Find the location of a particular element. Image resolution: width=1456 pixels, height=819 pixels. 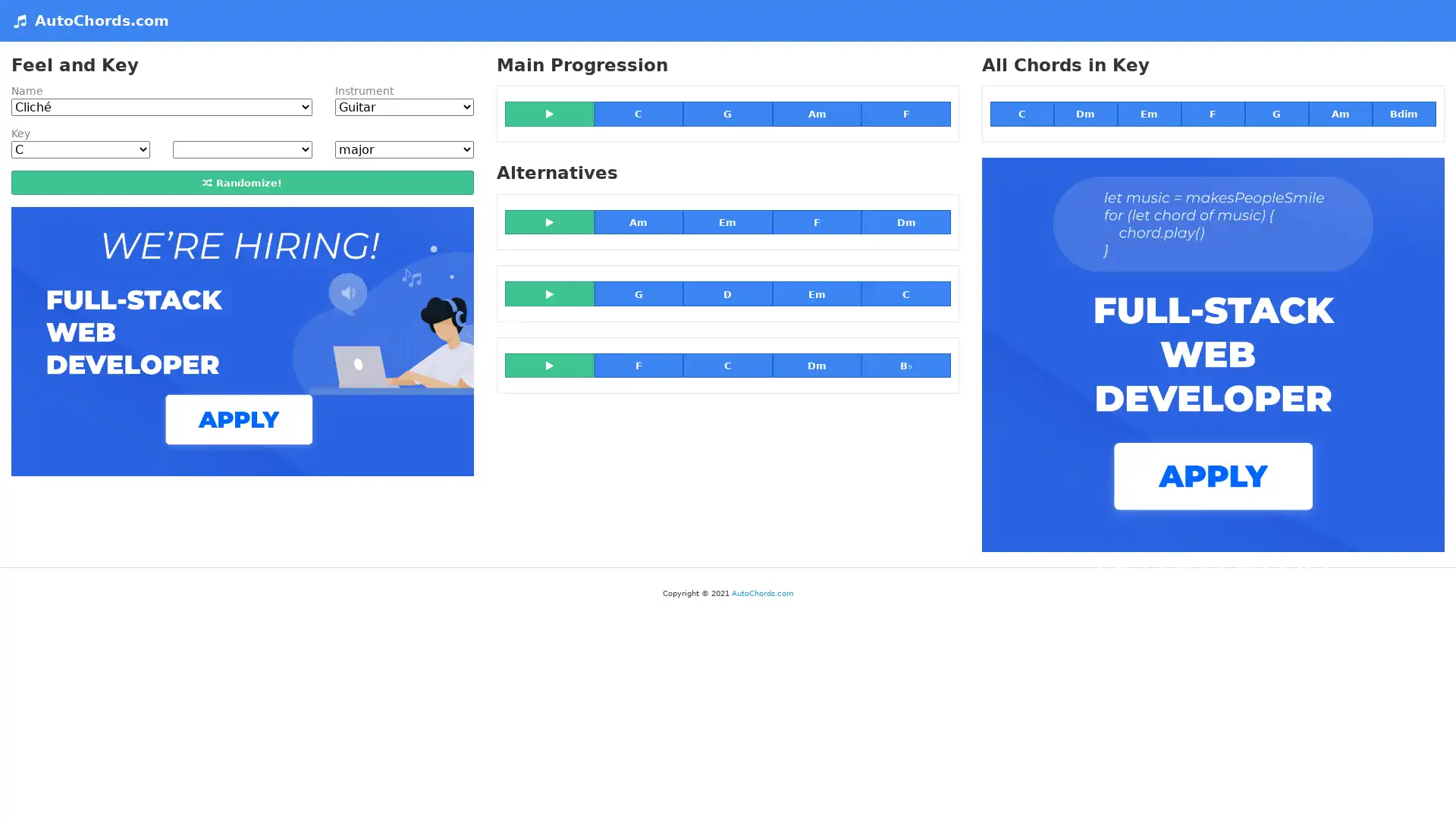

C is located at coordinates (726, 365).